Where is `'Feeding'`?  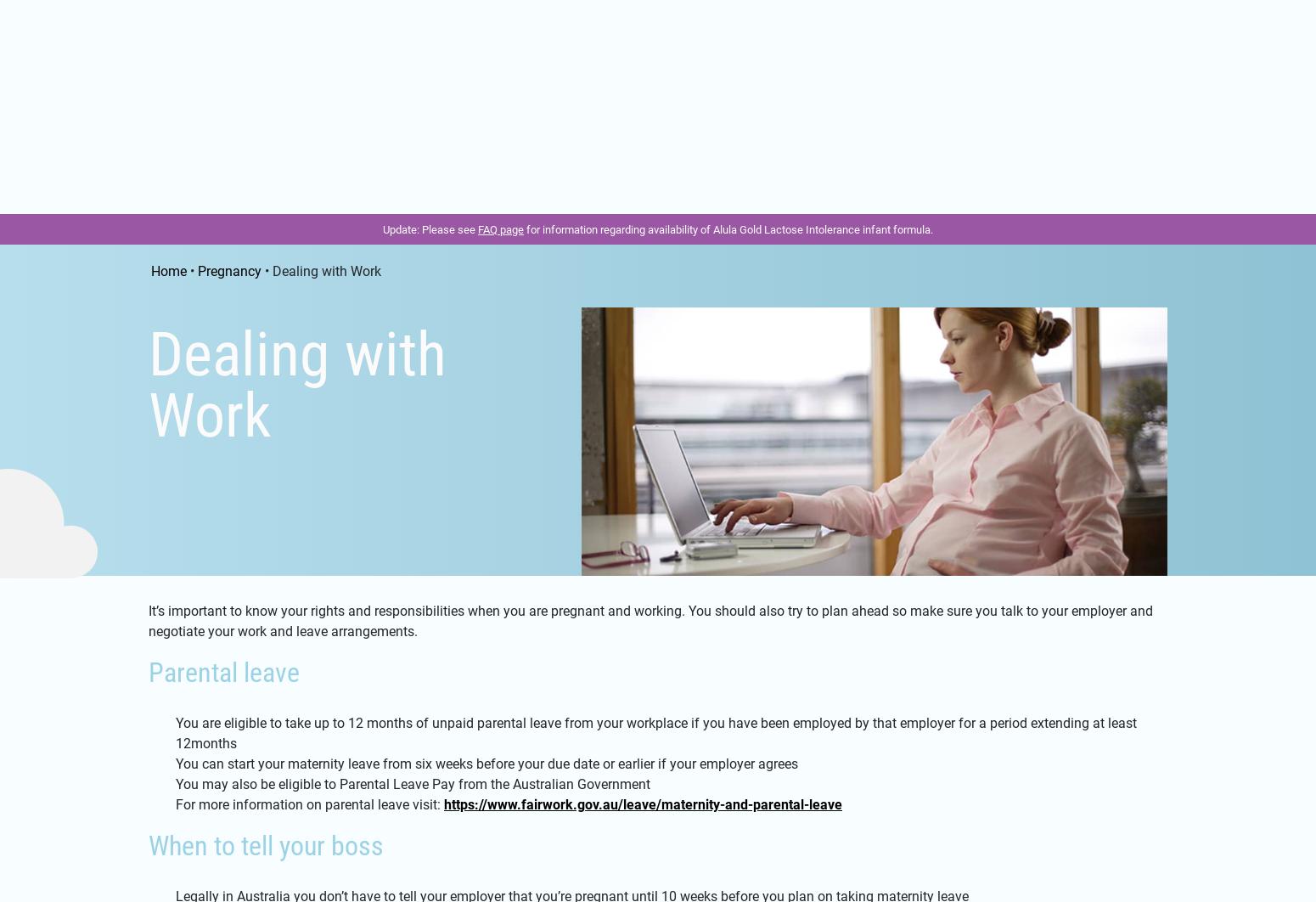
'Feeding' is located at coordinates (912, 195).